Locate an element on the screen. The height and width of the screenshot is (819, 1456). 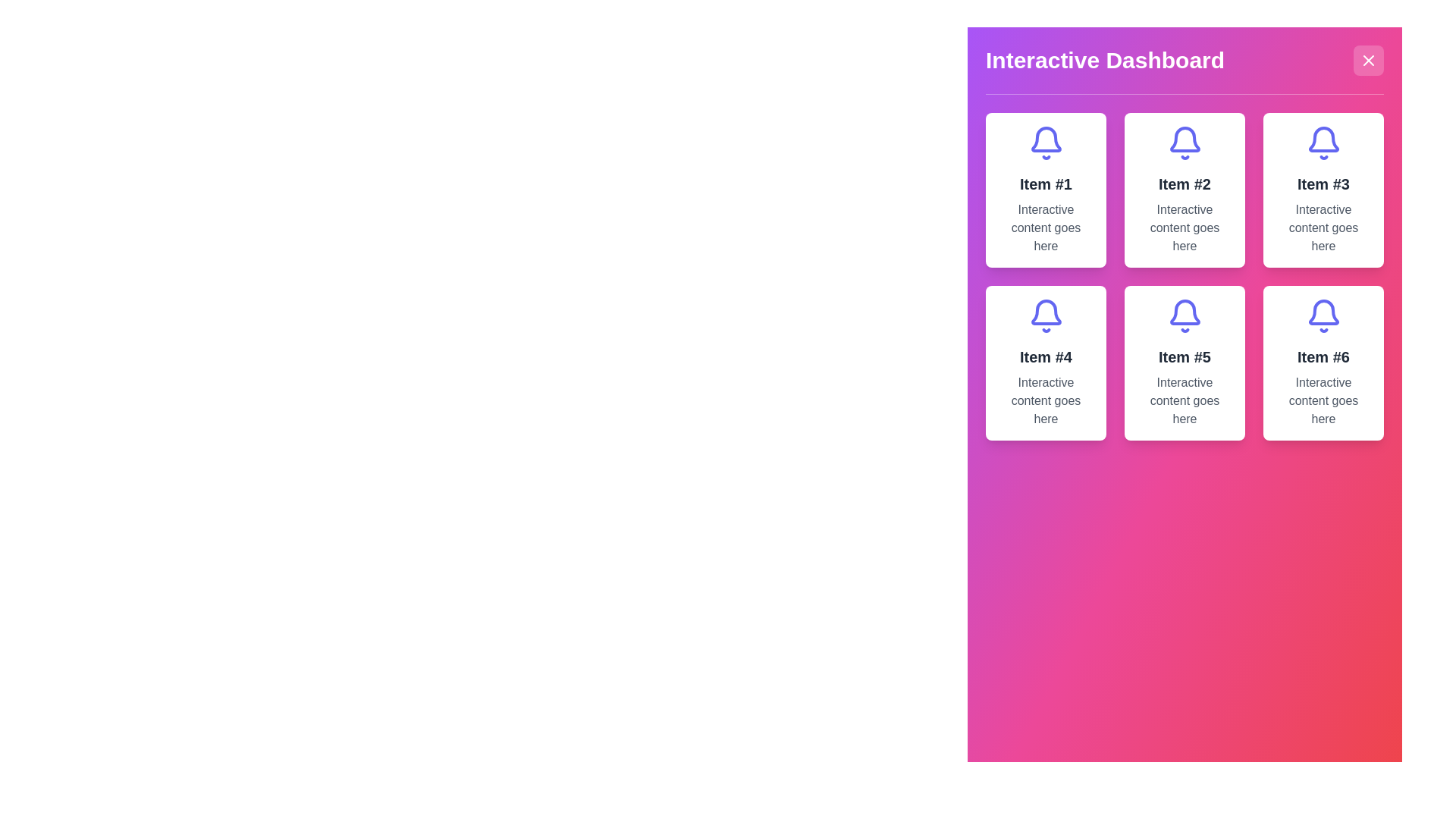
the main symbolic icon for the 'Item #5' card, which is the top-most component within the card, serving as a visual cue or branding is located at coordinates (1184, 315).